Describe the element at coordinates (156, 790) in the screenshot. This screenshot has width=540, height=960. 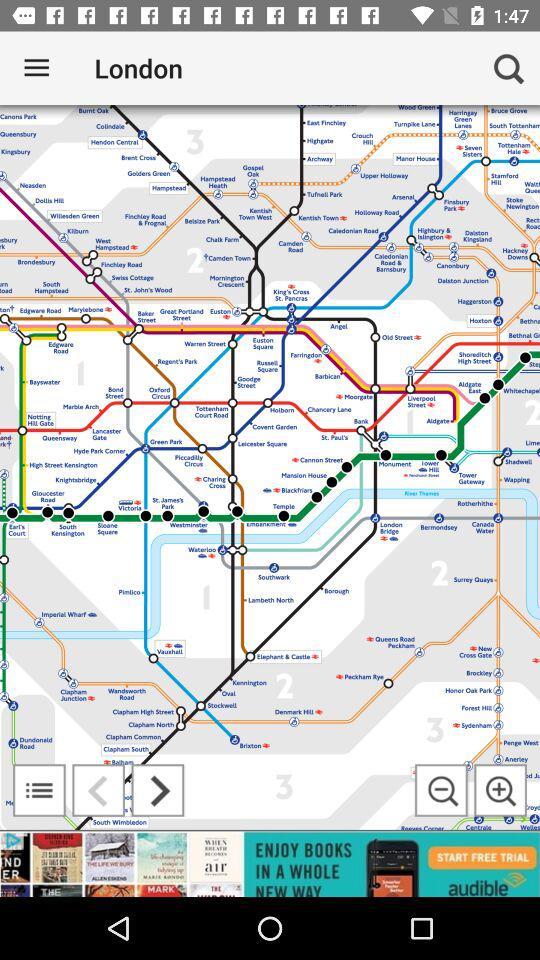
I see `next` at that location.